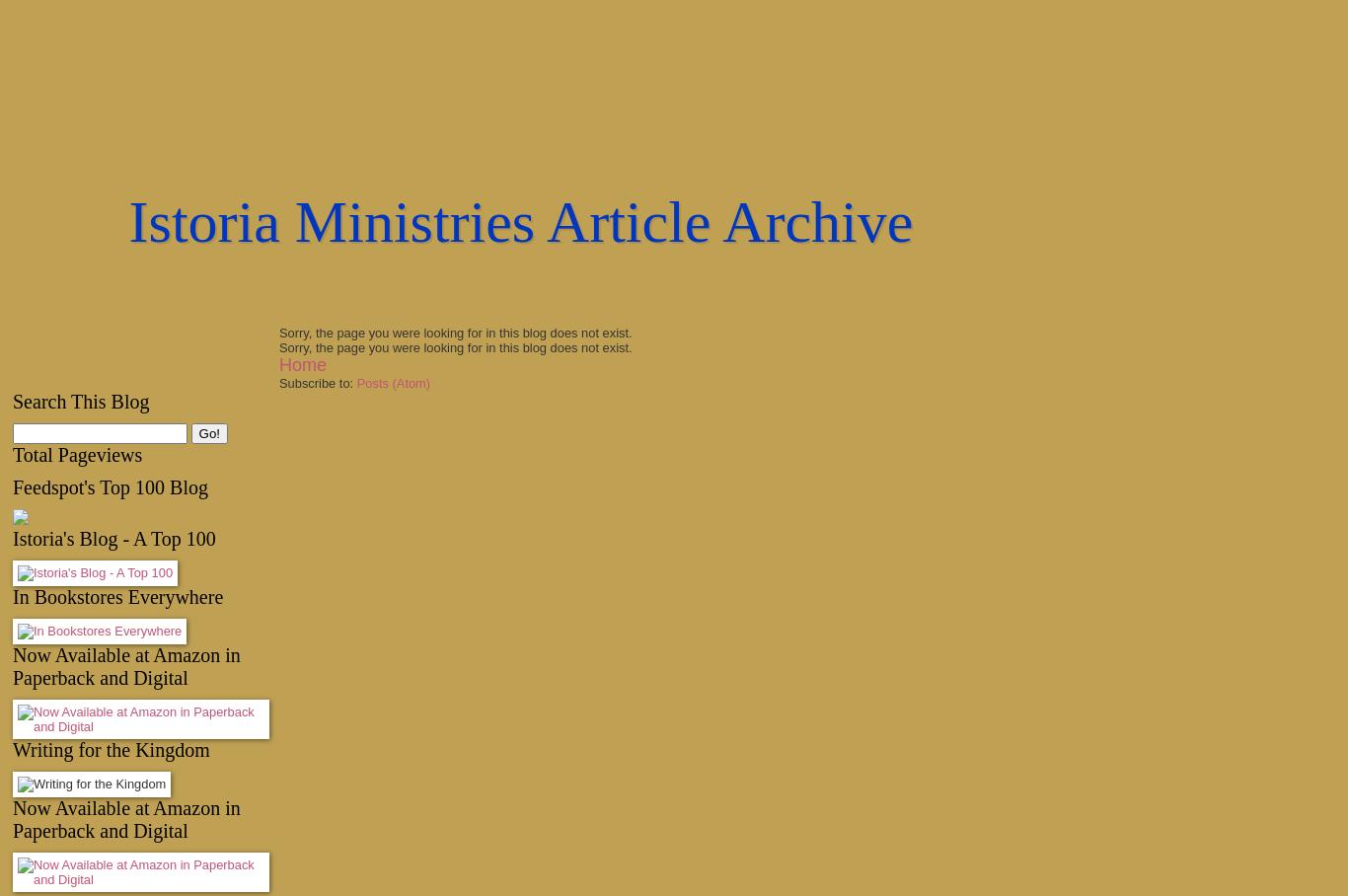 The image size is (1348, 896). I want to click on 'Writing for the Kingdom', so click(111, 748).